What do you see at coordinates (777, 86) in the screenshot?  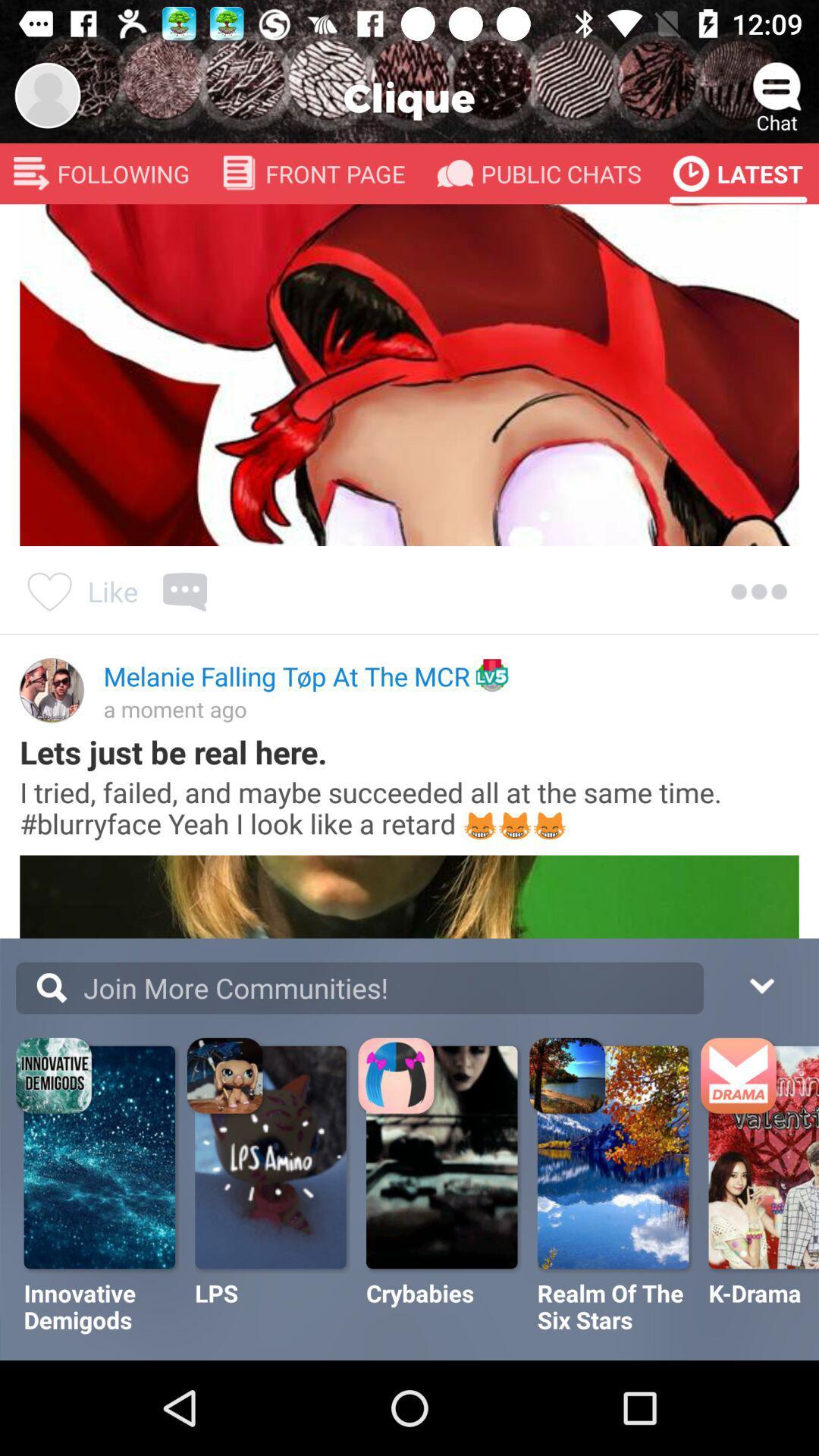 I see `the chat icon to the top right corner` at bounding box center [777, 86].